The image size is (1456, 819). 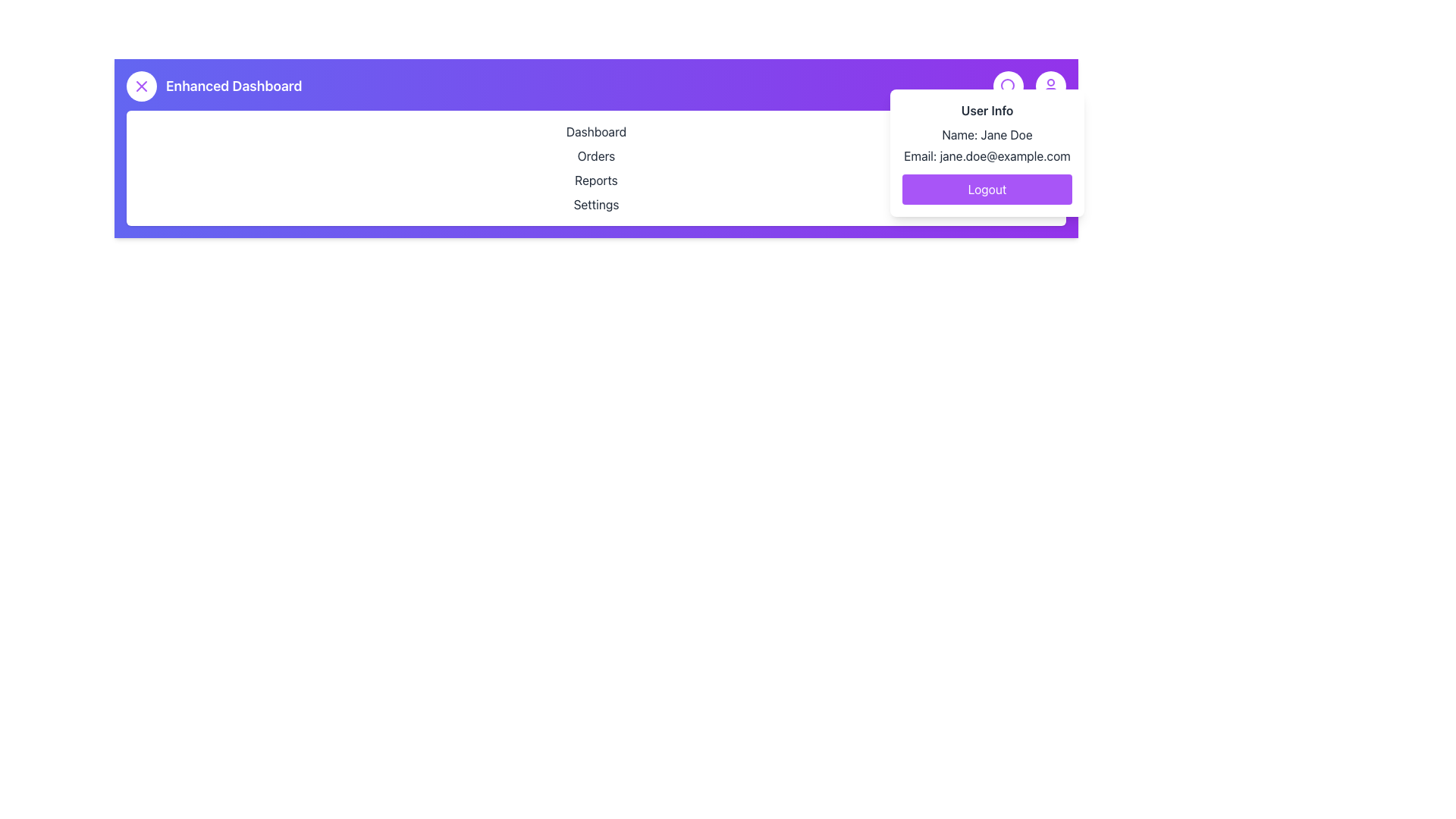 I want to click on the 'Settings' text link located beneath 'Reports' to trigger hover effects, so click(x=595, y=205).